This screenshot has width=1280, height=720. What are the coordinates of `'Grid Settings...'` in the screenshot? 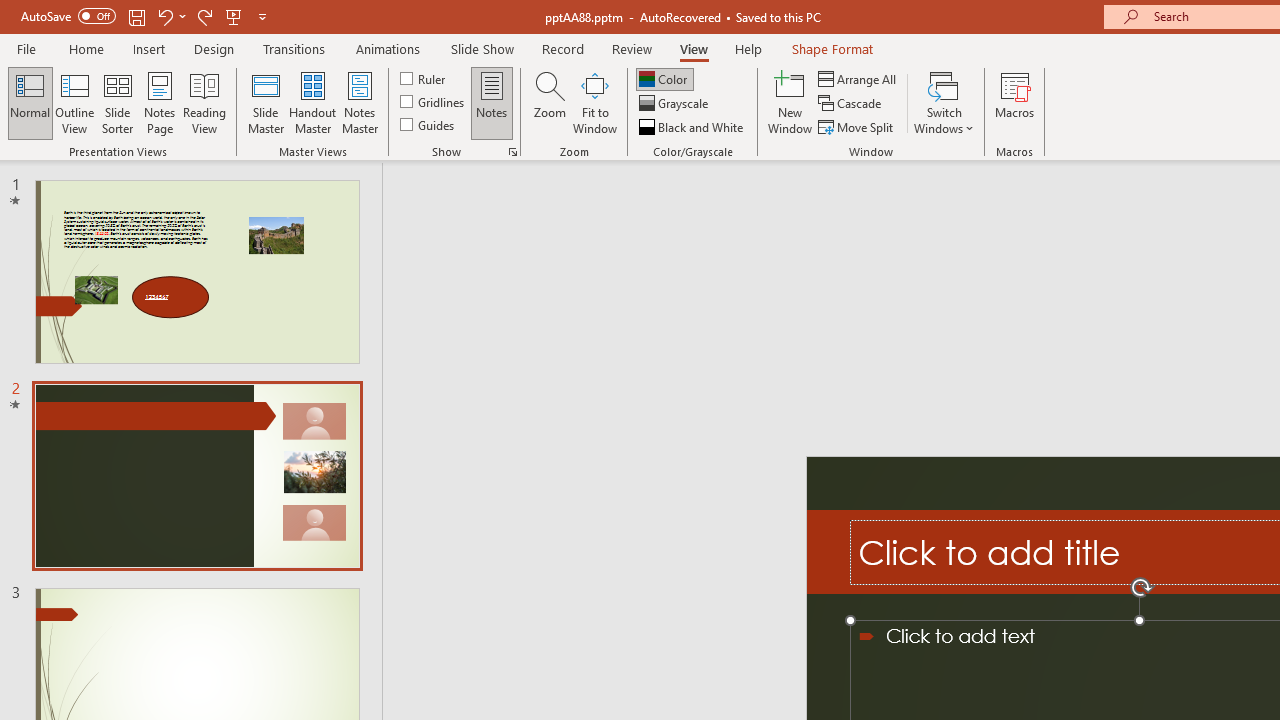 It's located at (513, 150).